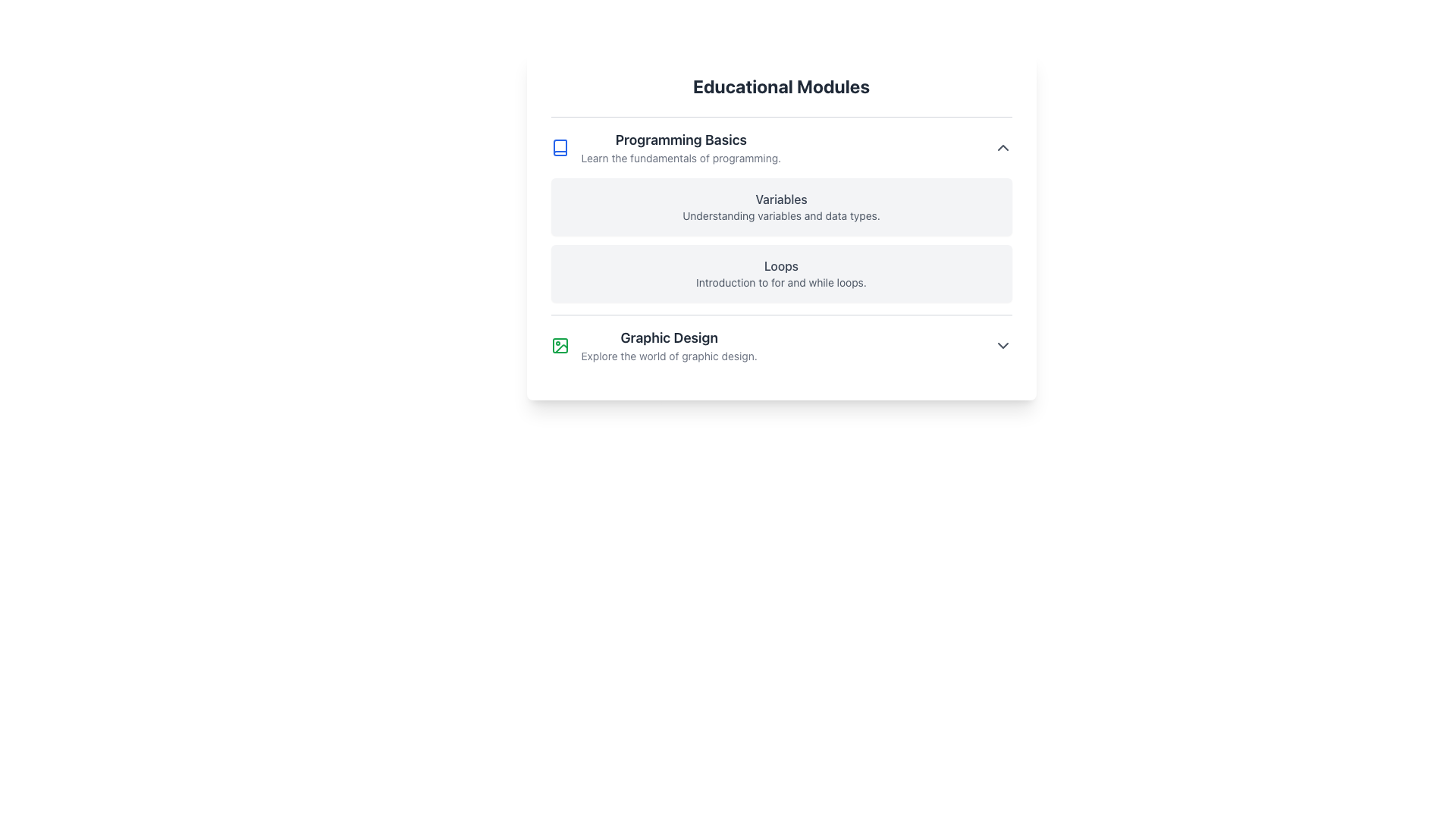 The width and height of the screenshot is (1456, 819). I want to click on text 'Introduction to for and while loops.' located below the 'Loops' heading, which is styled with a smaller gray font, so click(781, 283).